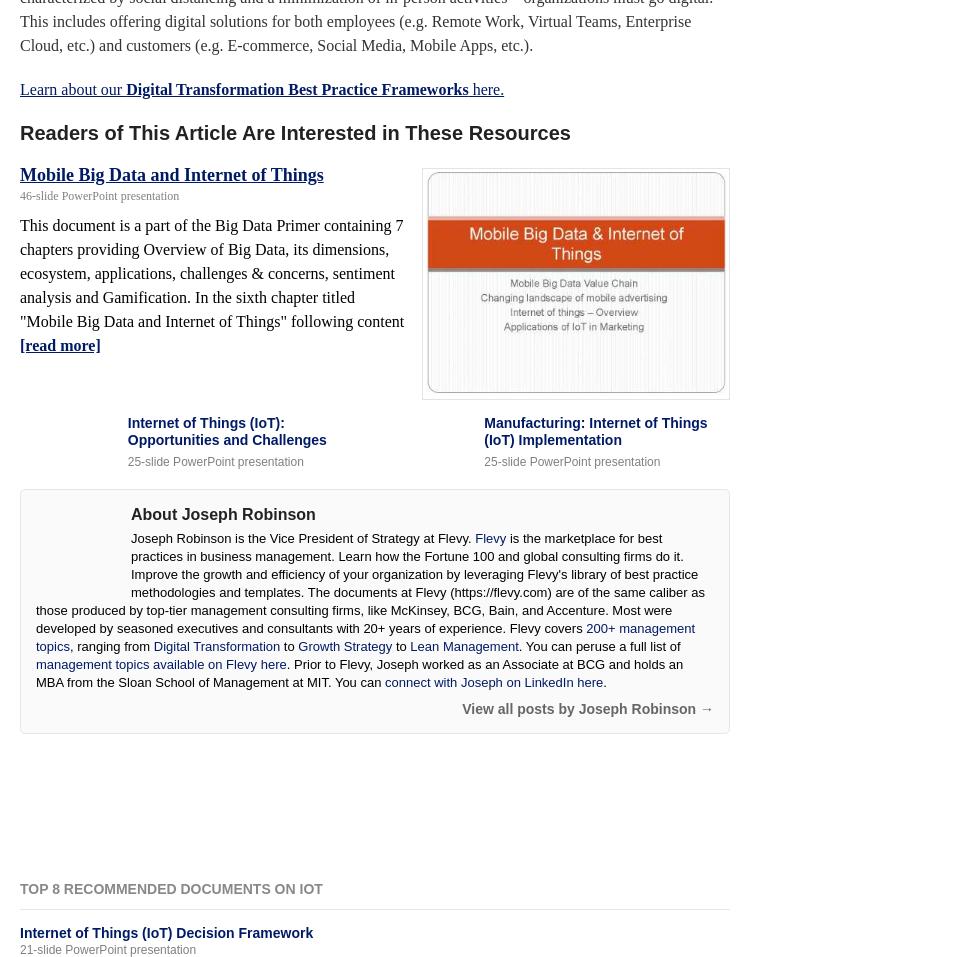 The width and height of the screenshot is (980, 957). I want to click on 'connect with Joseph on LinkedIn here', so click(494, 682).